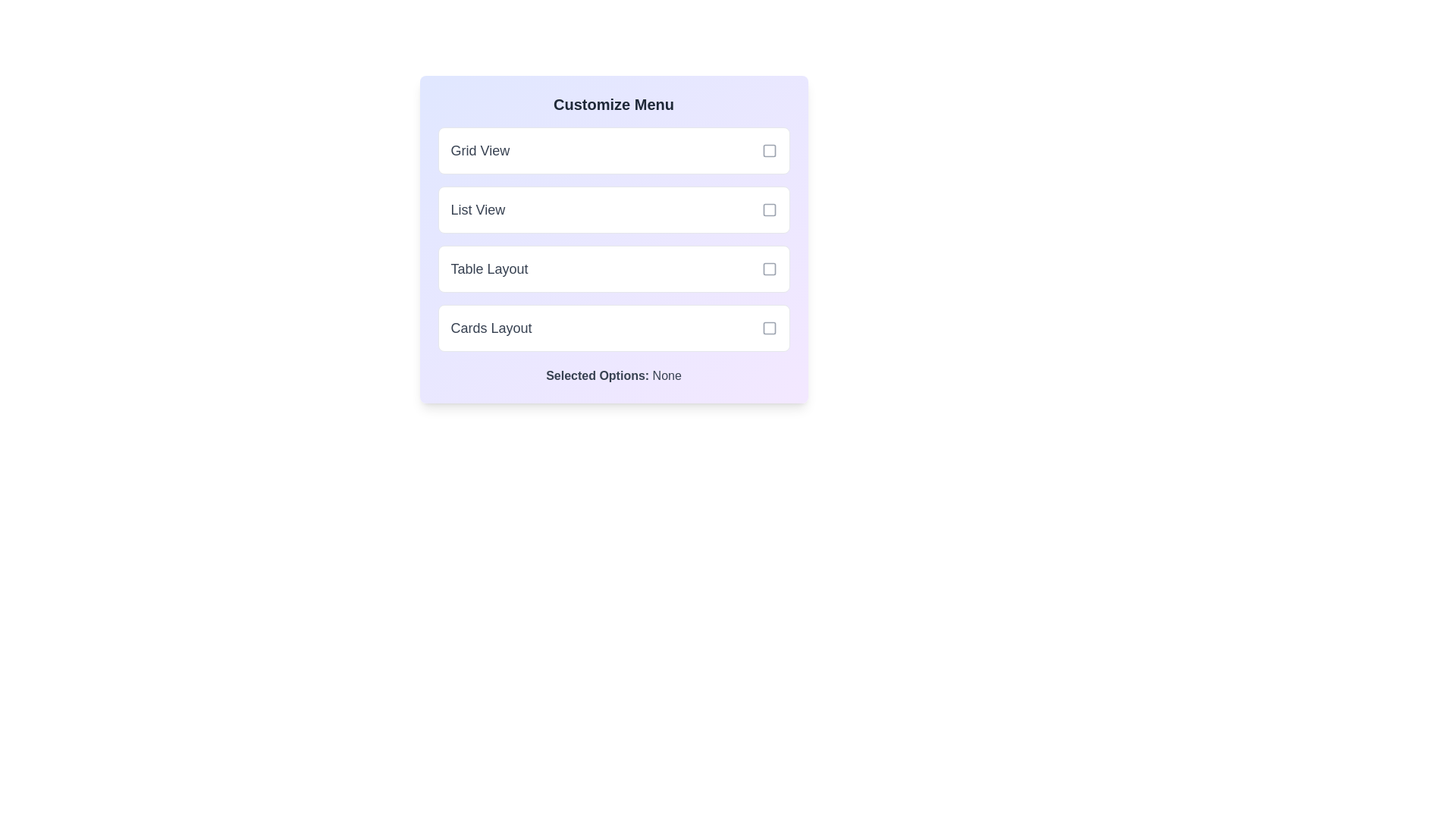 This screenshot has height=819, width=1456. What do you see at coordinates (613, 210) in the screenshot?
I see `the selectable option labeled 'List View' which is the second option in the vertical stack of selectable layout options under 'Customize Menu'` at bounding box center [613, 210].